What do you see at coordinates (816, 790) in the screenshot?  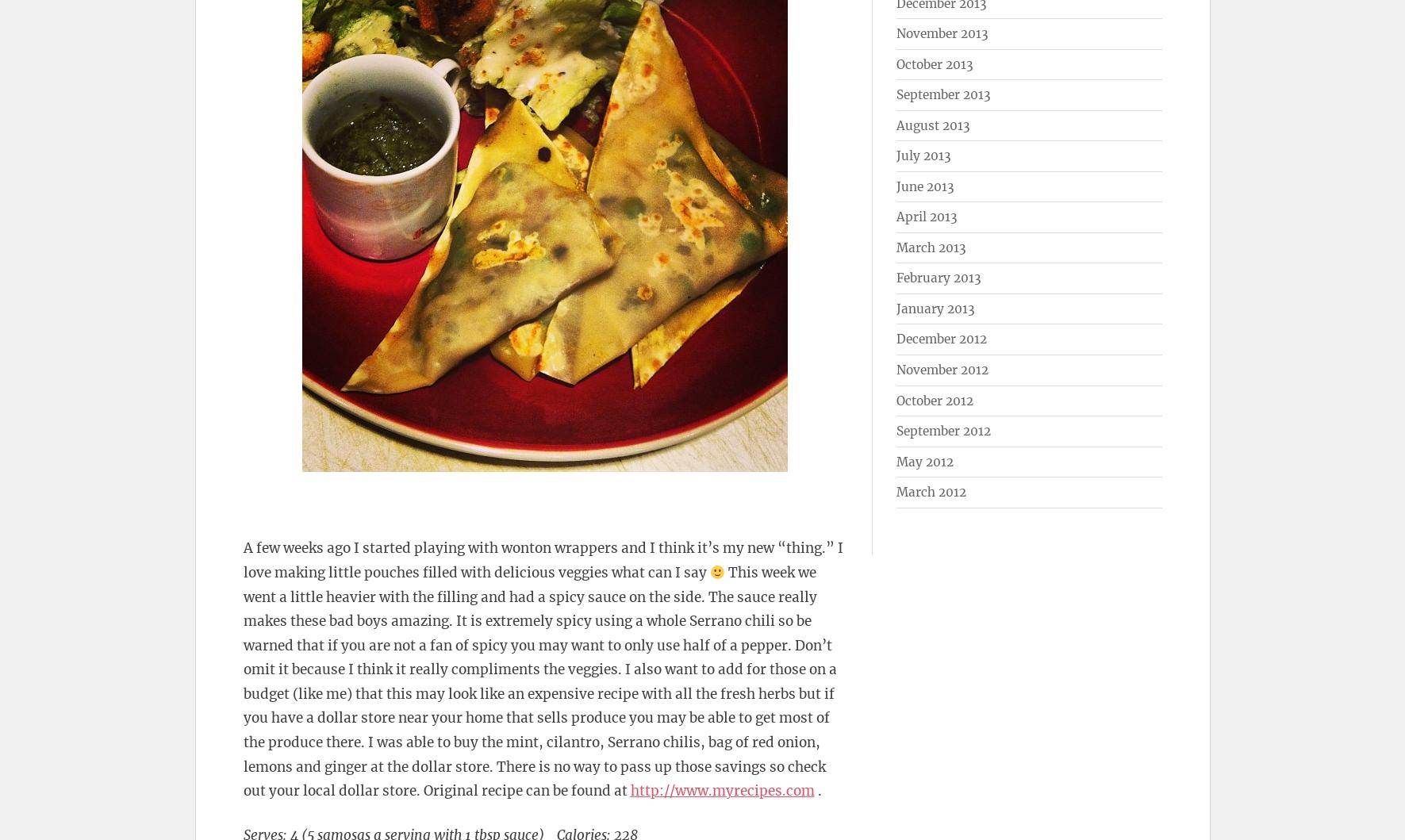 I see `'.'` at bounding box center [816, 790].